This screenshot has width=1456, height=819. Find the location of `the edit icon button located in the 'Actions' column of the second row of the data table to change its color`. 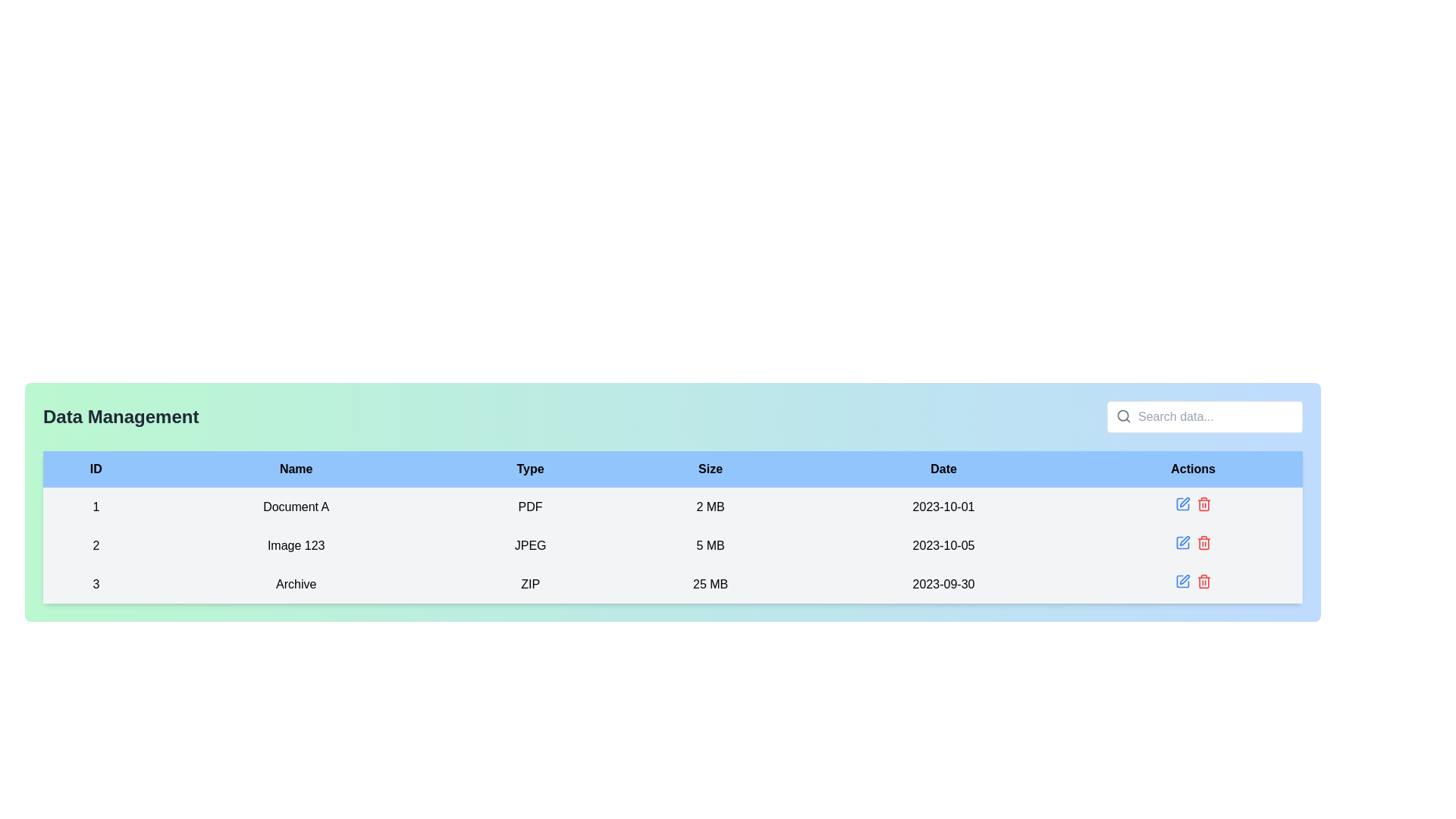

the edit icon button located in the 'Actions' column of the second row of the data table to change its color is located at coordinates (1181, 542).